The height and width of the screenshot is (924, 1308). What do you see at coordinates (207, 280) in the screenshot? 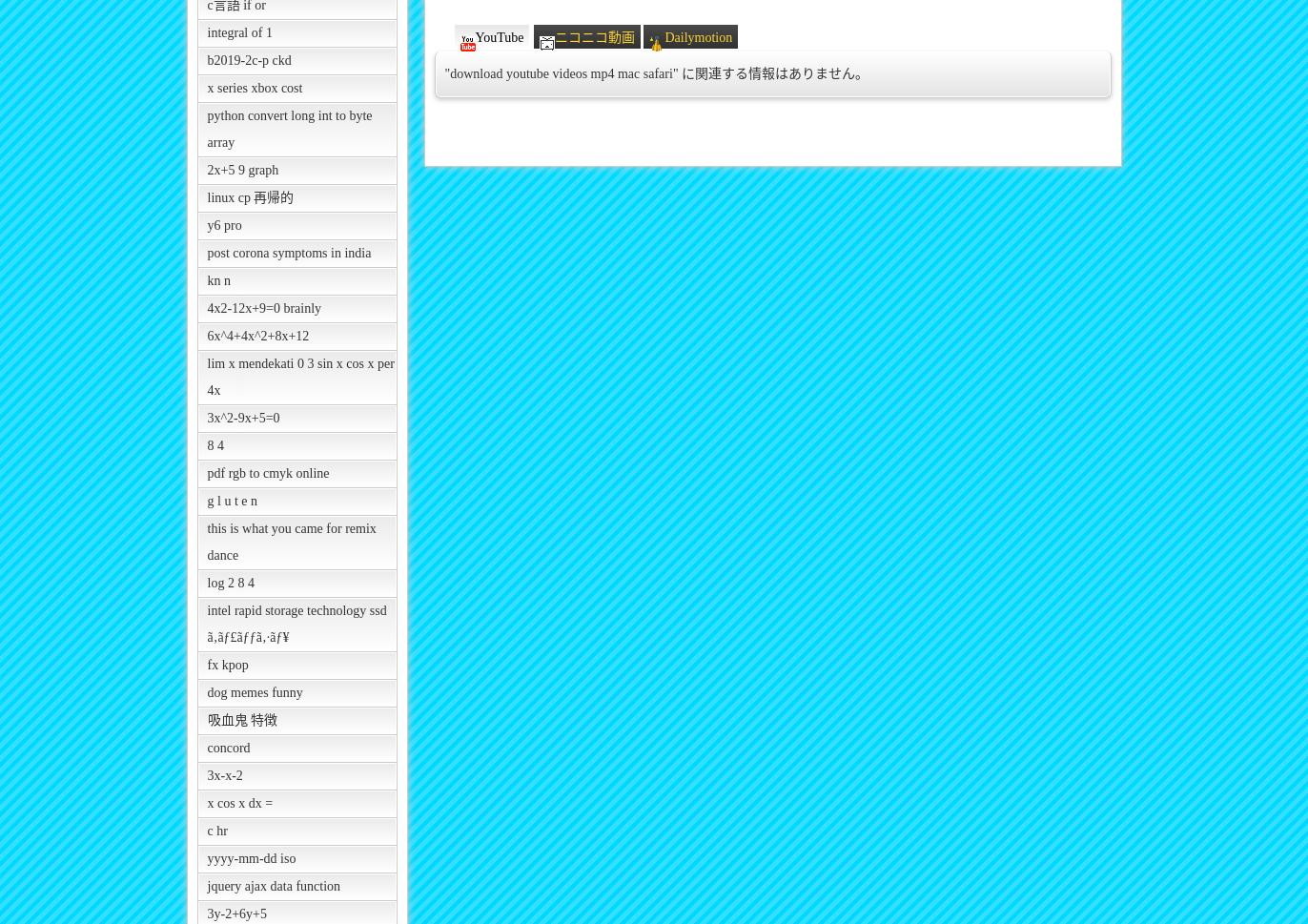
I see `'kn n'` at bounding box center [207, 280].